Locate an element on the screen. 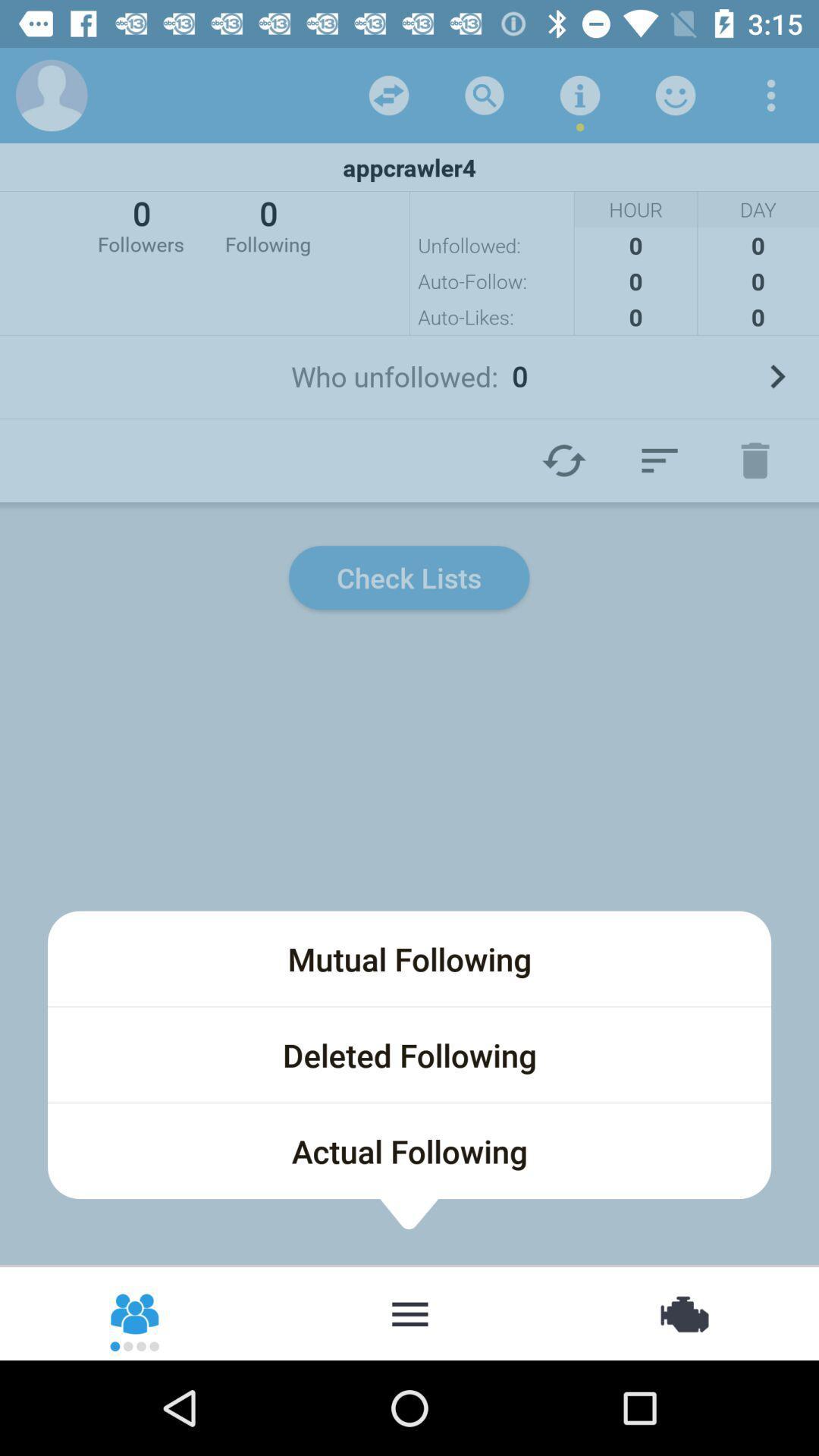  item below who unfollowed:  0 is located at coordinates (755, 460).